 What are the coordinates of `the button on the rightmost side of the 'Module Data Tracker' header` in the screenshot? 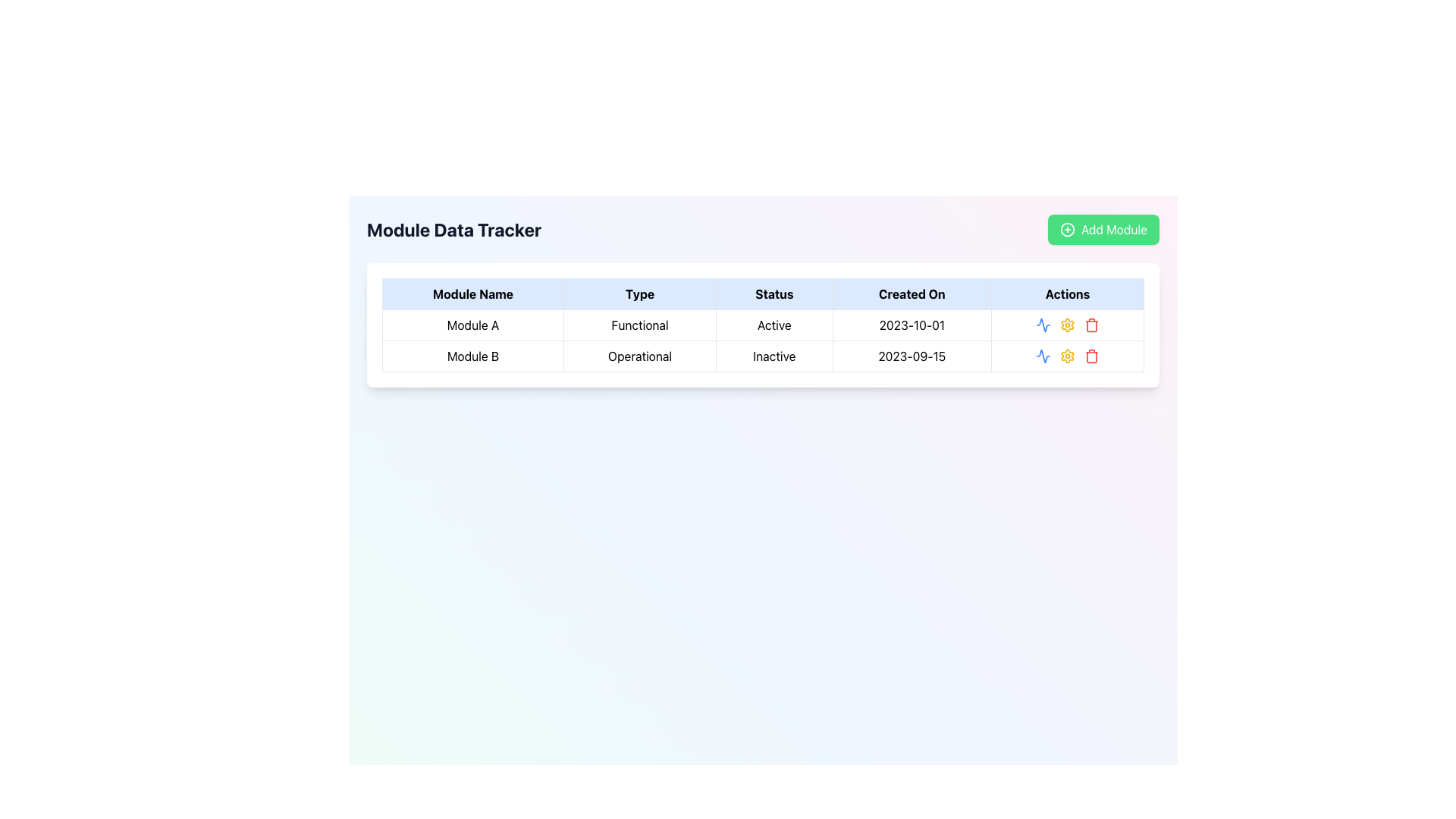 It's located at (1103, 230).